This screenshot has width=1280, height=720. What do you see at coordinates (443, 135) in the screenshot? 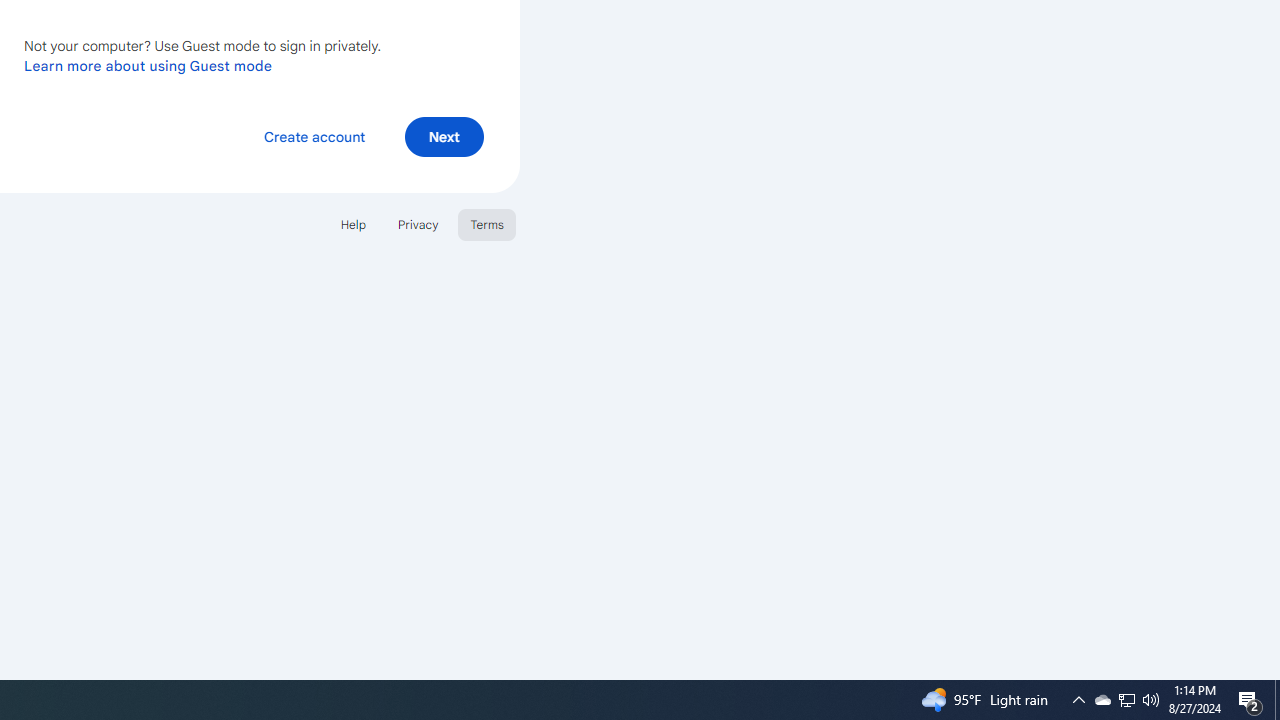
I see `'Next'` at bounding box center [443, 135].